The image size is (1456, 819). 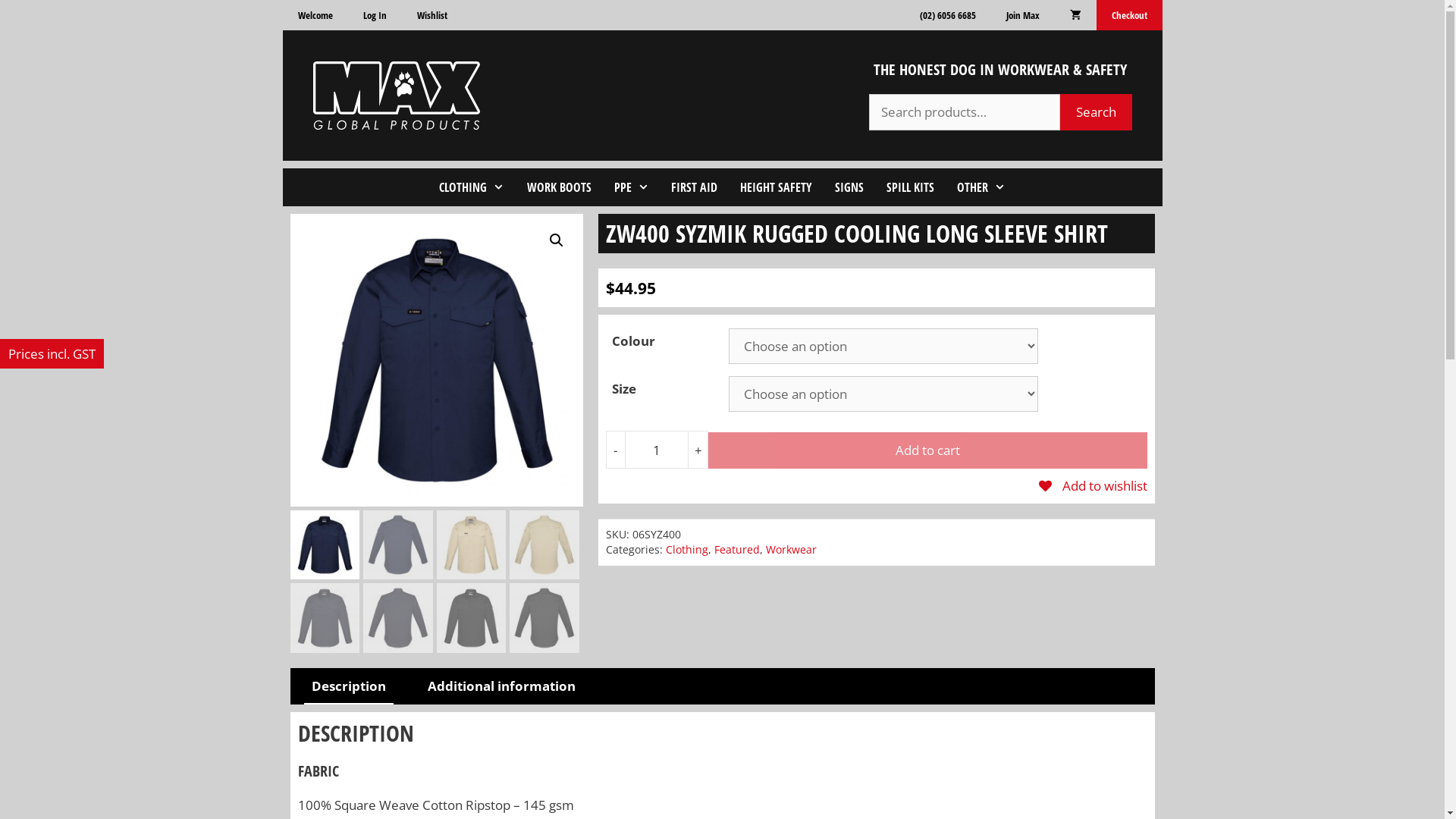 I want to click on 'Clothing', so click(x=686, y=549).